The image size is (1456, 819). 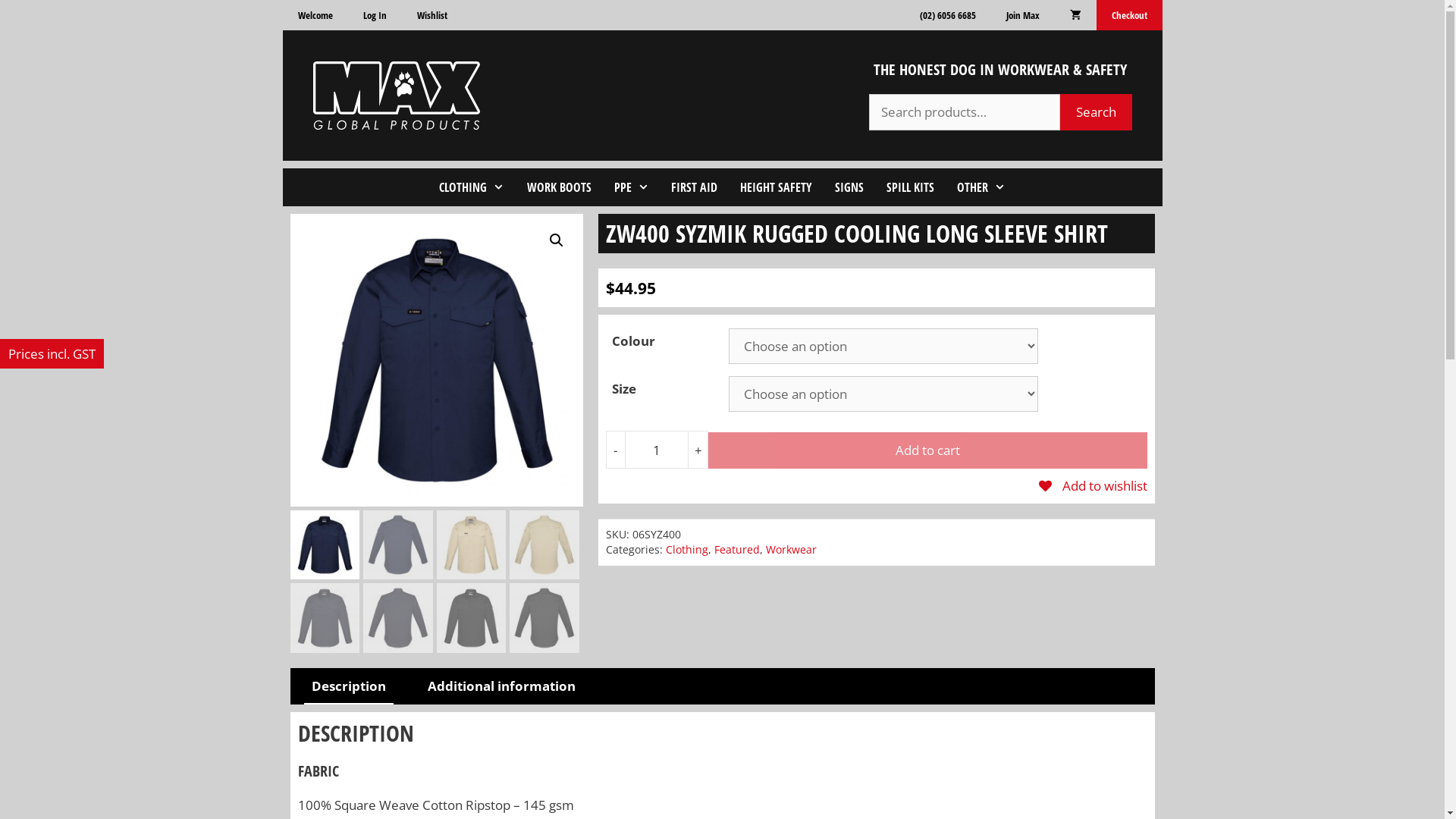 I want to click on 'Clothing', so click(x=686, y=549).